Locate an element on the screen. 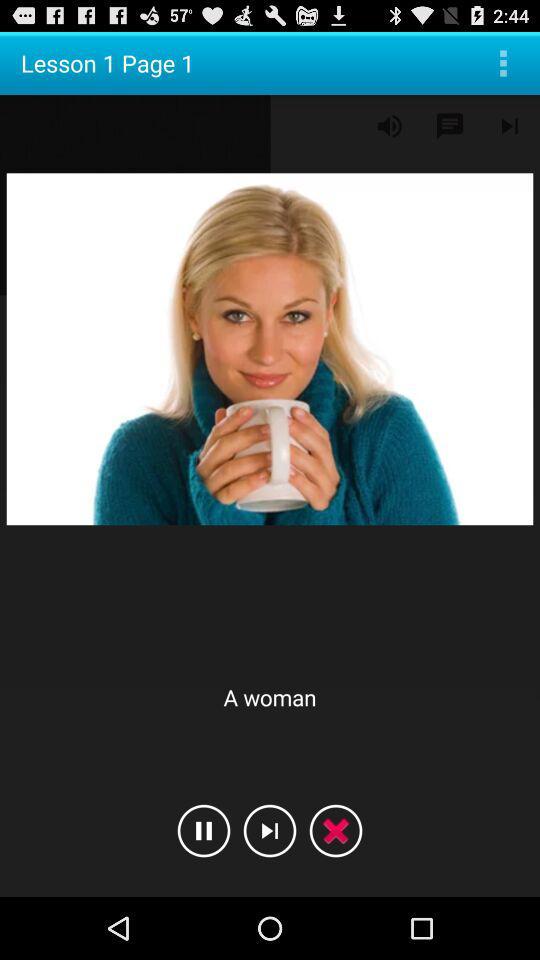 This screenshot has height=960, width=540. the close icon is located at coordinates (335, 888).